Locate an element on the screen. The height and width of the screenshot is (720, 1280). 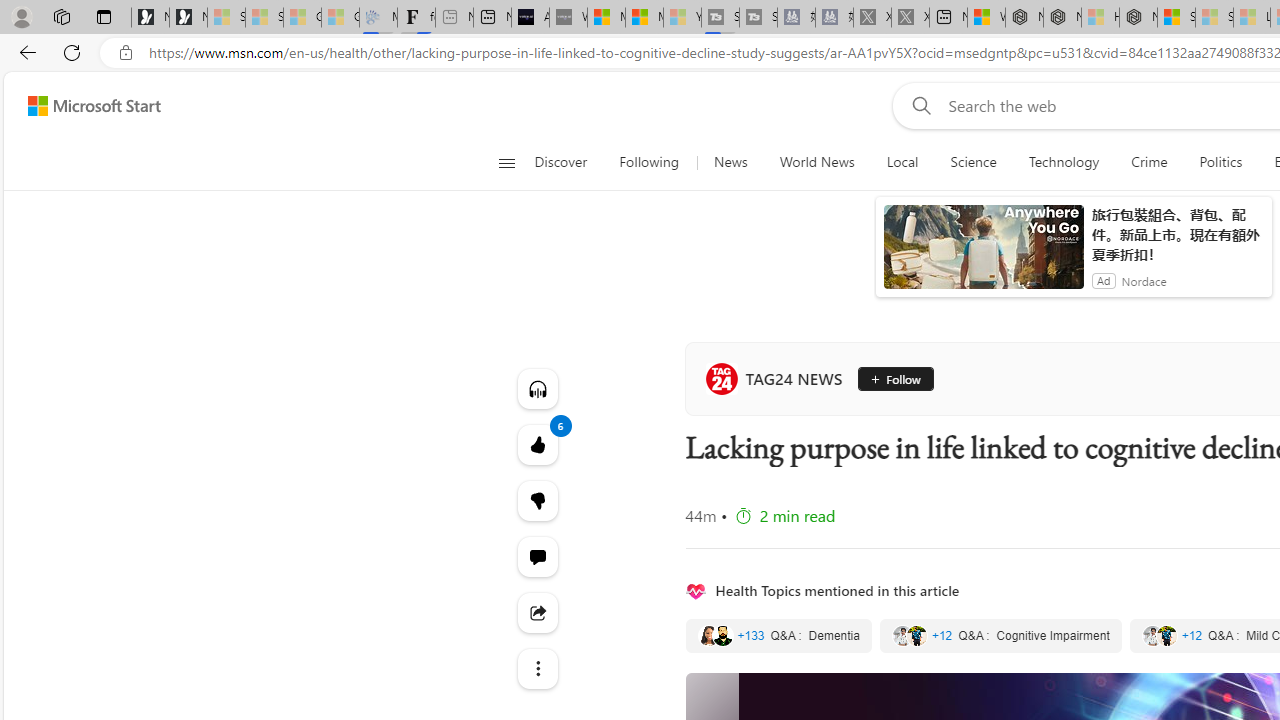
'Science' is located at coordinates (973, 162).